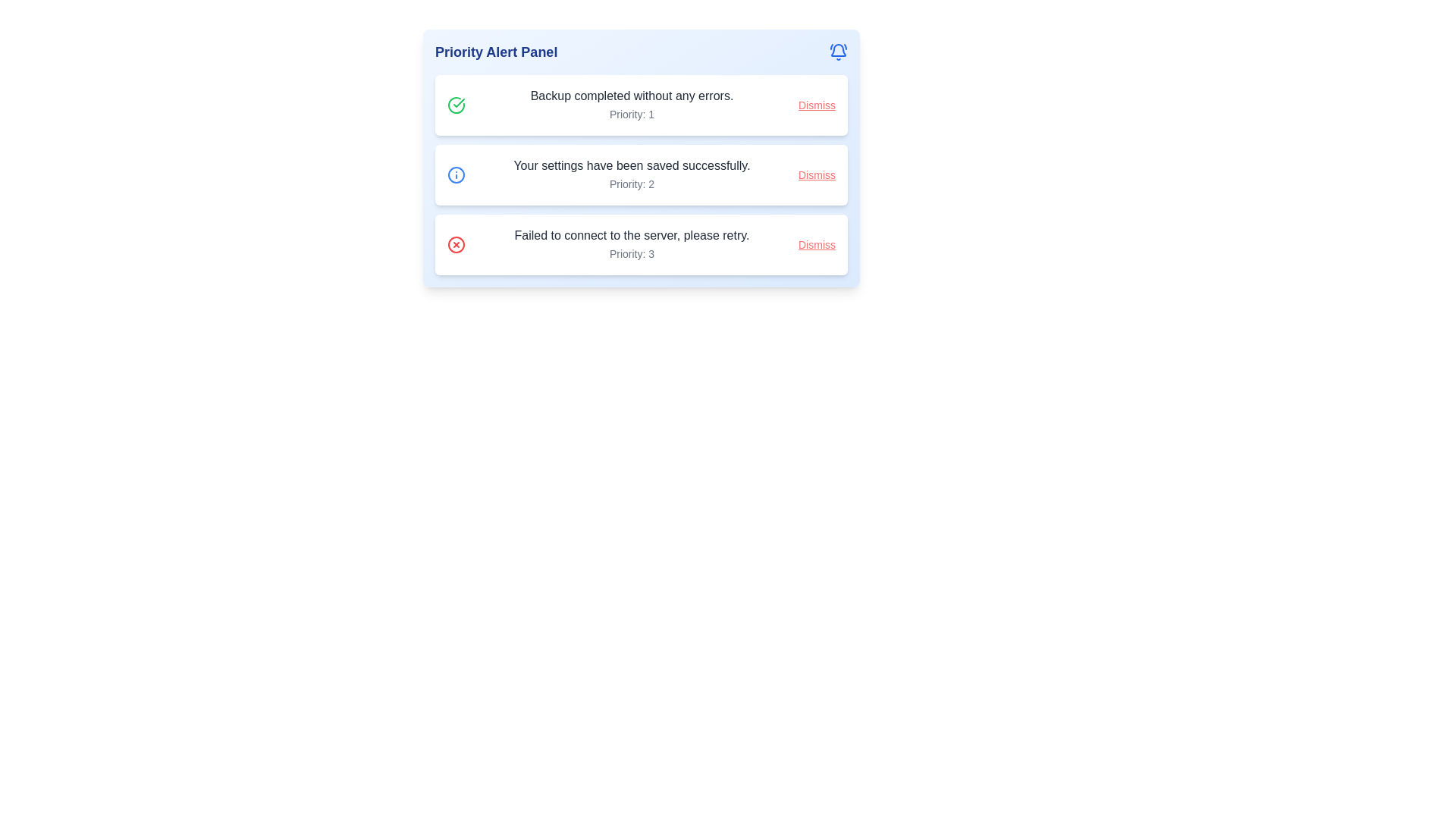 This screenshot has width=1456, height=819. What do you see at coordinates (455, 174) in the screenshot?
I see `the circular graphical element of the informational icon located to the left of the second alert box in the Priority Alert Panel` at bounding box center [455, 174].